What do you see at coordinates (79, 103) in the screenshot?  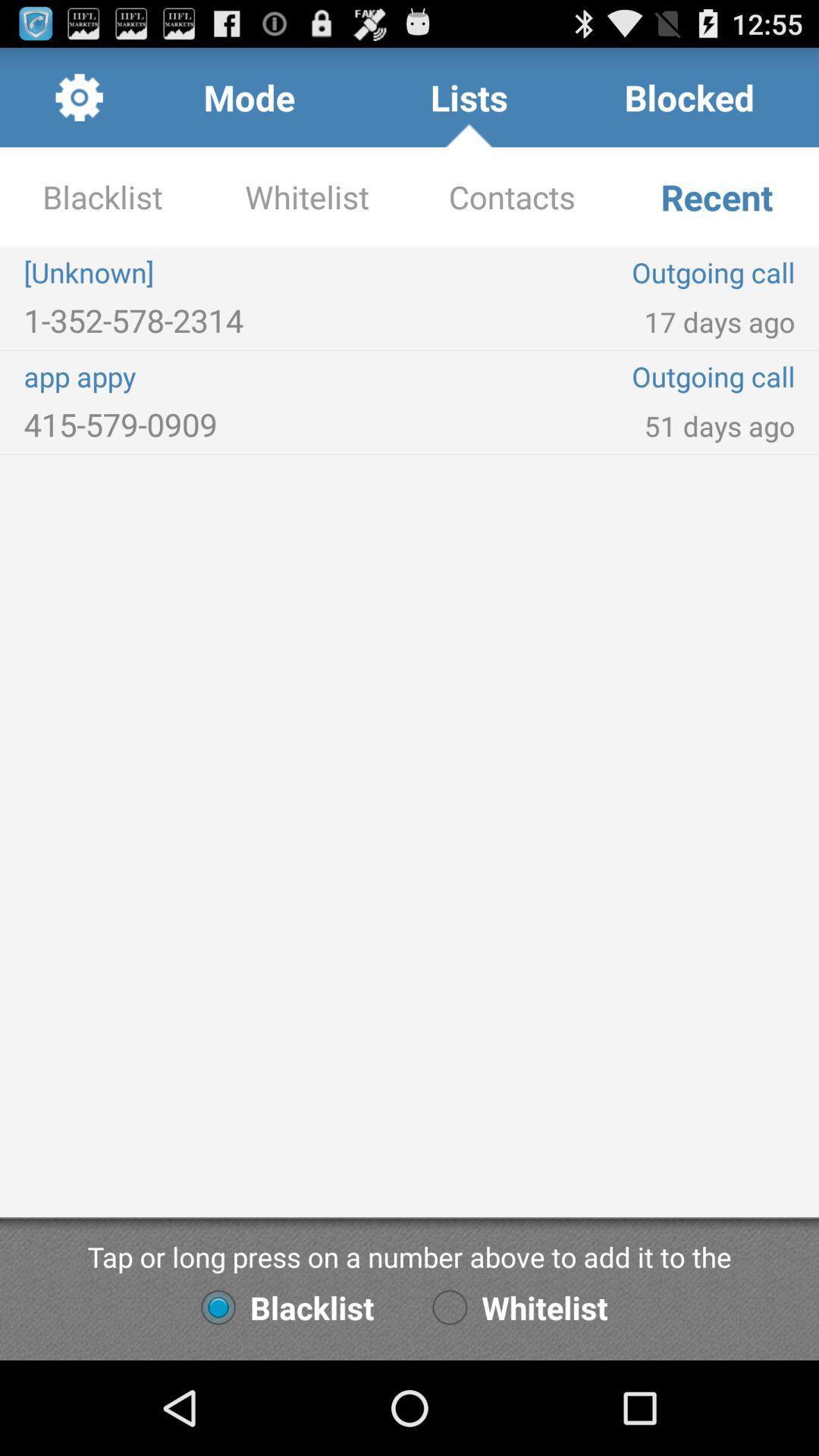 I see `the settings icon` at bounding box center [79, 103].